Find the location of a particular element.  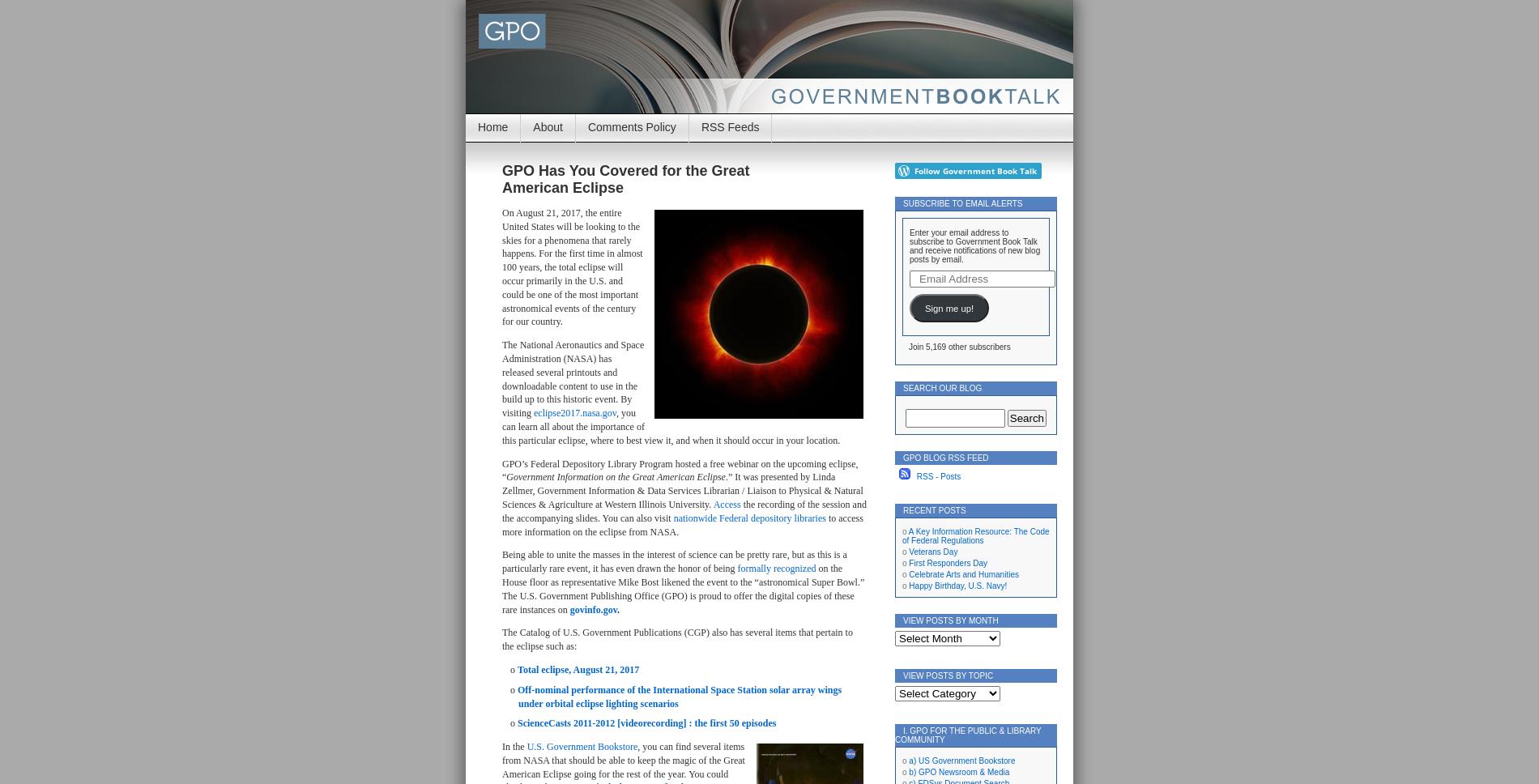

'Access' is located at coordinates (725, 503).